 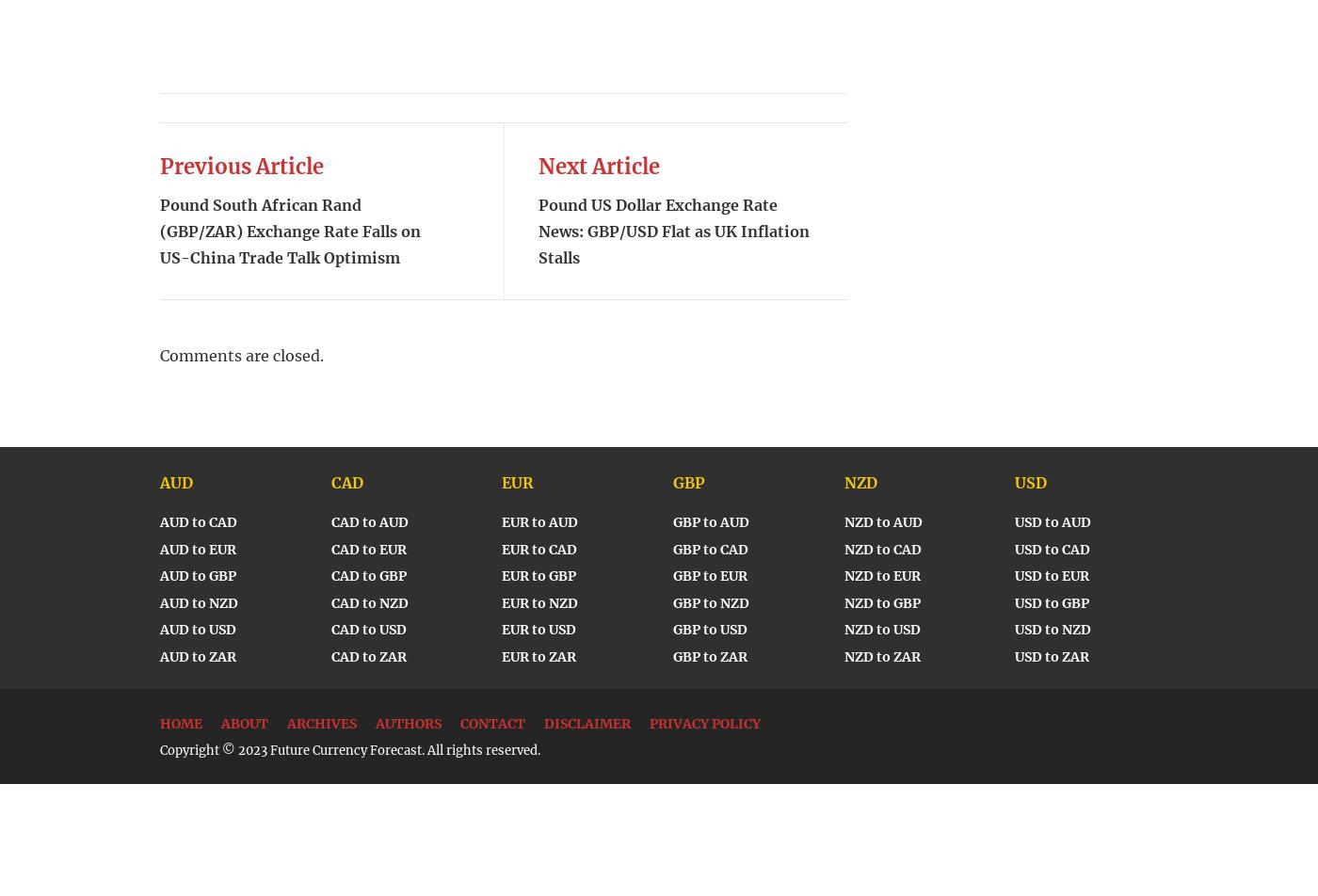 What do you see at coordinates (672, 655) in the screenshot?
I see `'GBP to ZAR'` at bounding box center [672, 655].